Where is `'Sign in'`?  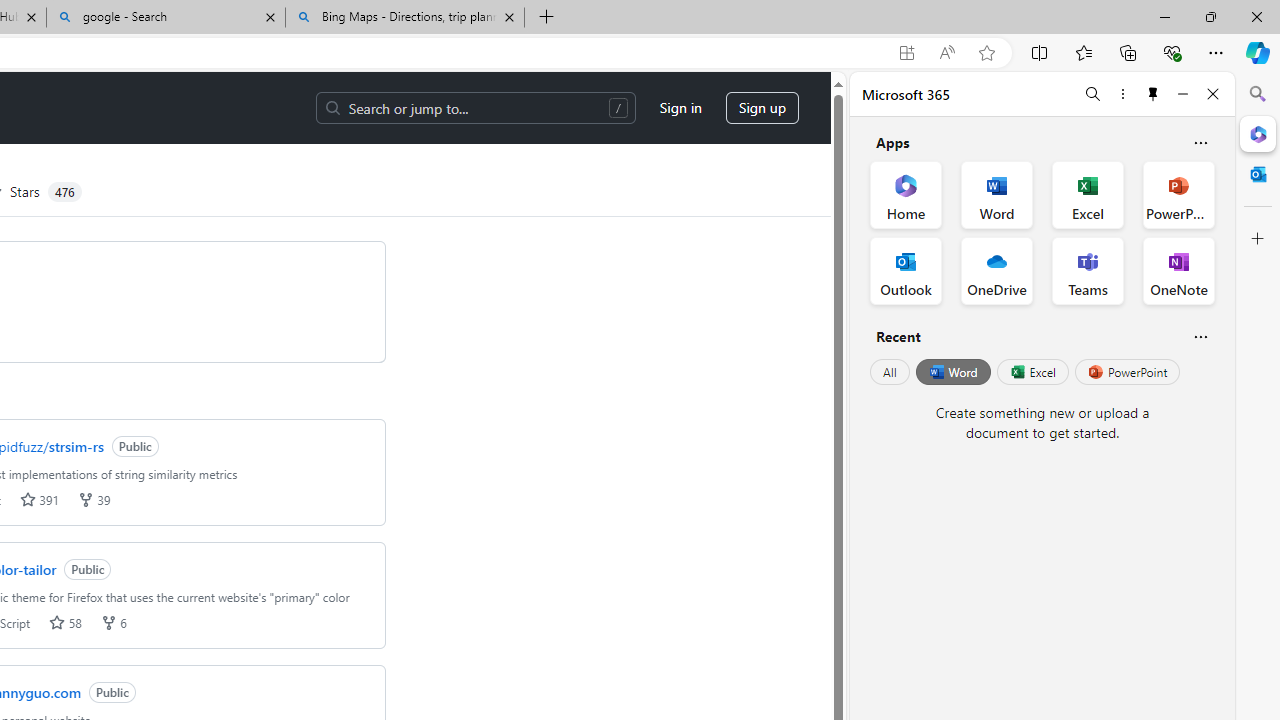
'Sign in' is located at coordinates (680, 108).